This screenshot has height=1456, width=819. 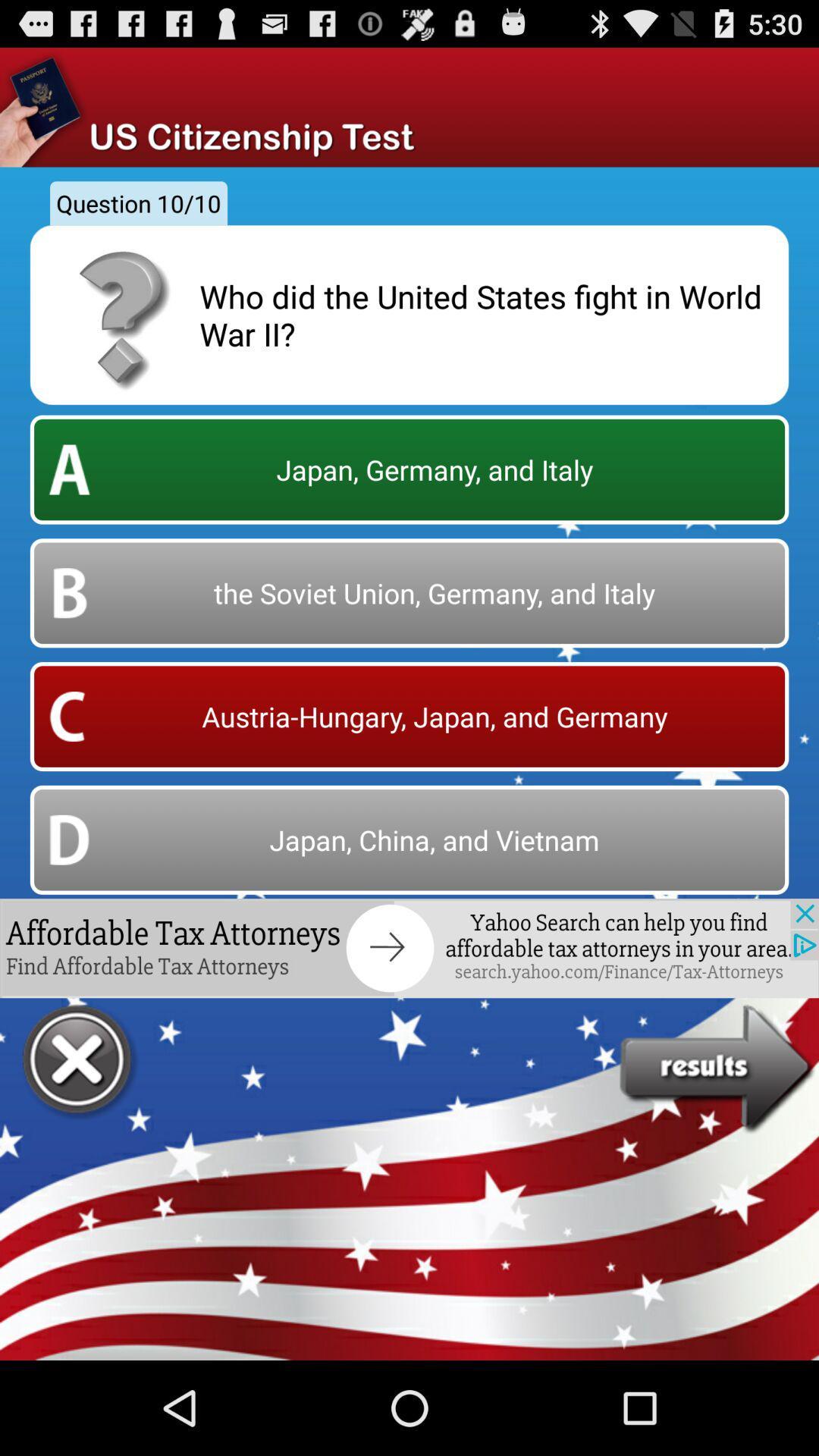 I want to click on go result, so click(x=718, y=1068).